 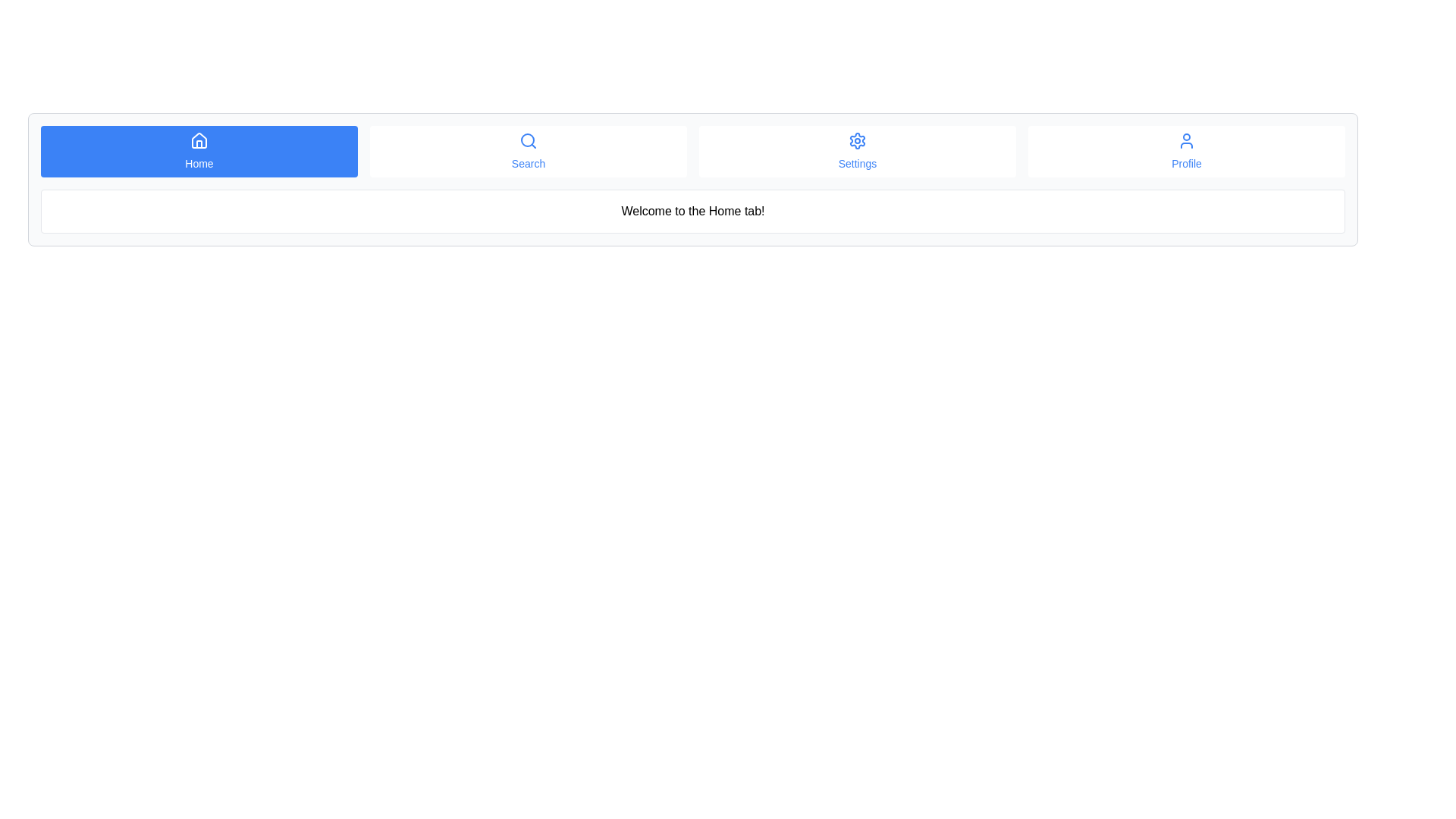 What do you see at coordinates (199, 144) in the screenshot?
I see `the door of the house icon located within the 'Home' button on the navigation bar` at bounding box center [199, 144].